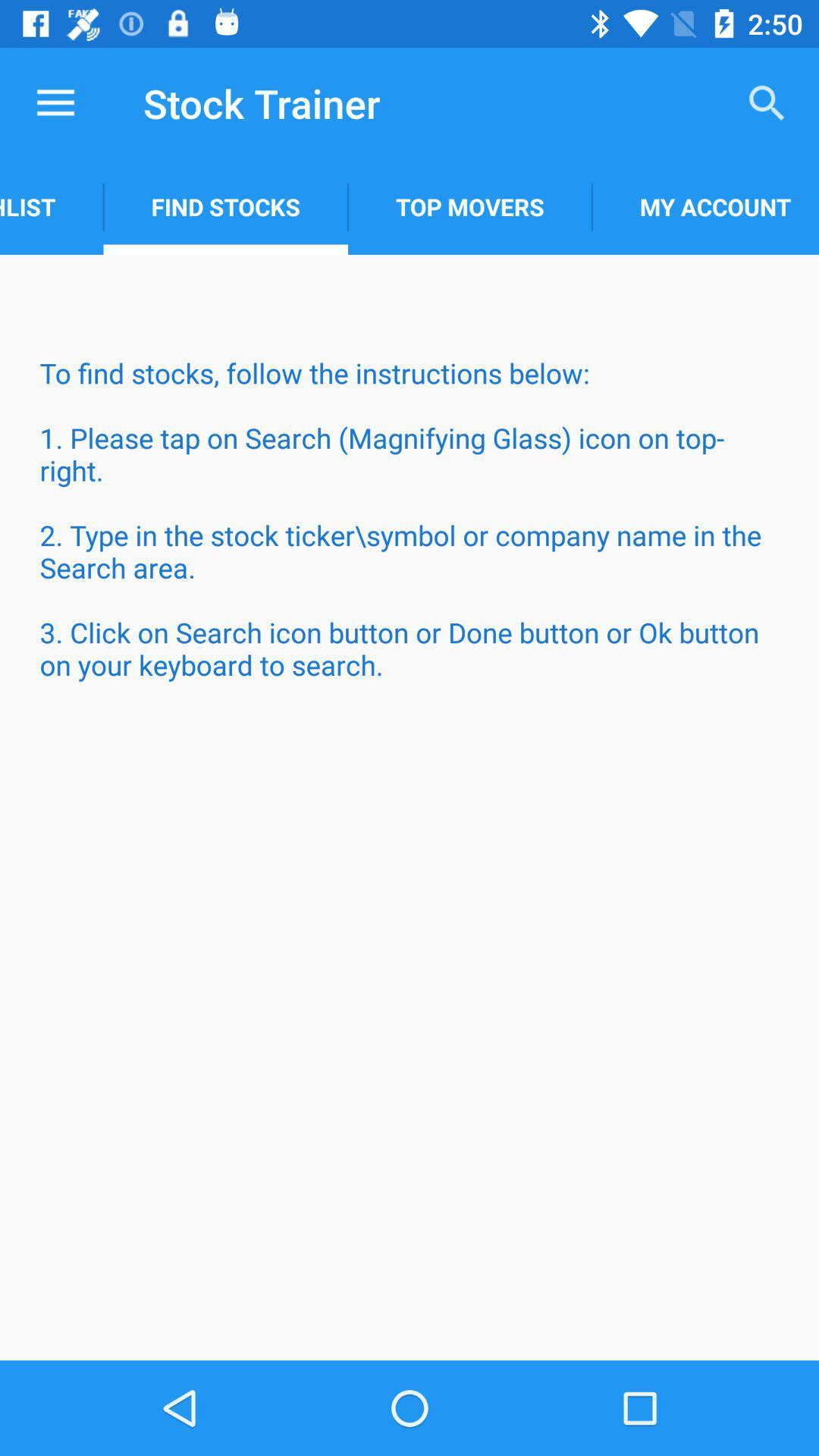  What do you see at coordinates (705, 206) in the screenshot?
I see `the icon above the to find stocks item` at bounding box center [705, 206].